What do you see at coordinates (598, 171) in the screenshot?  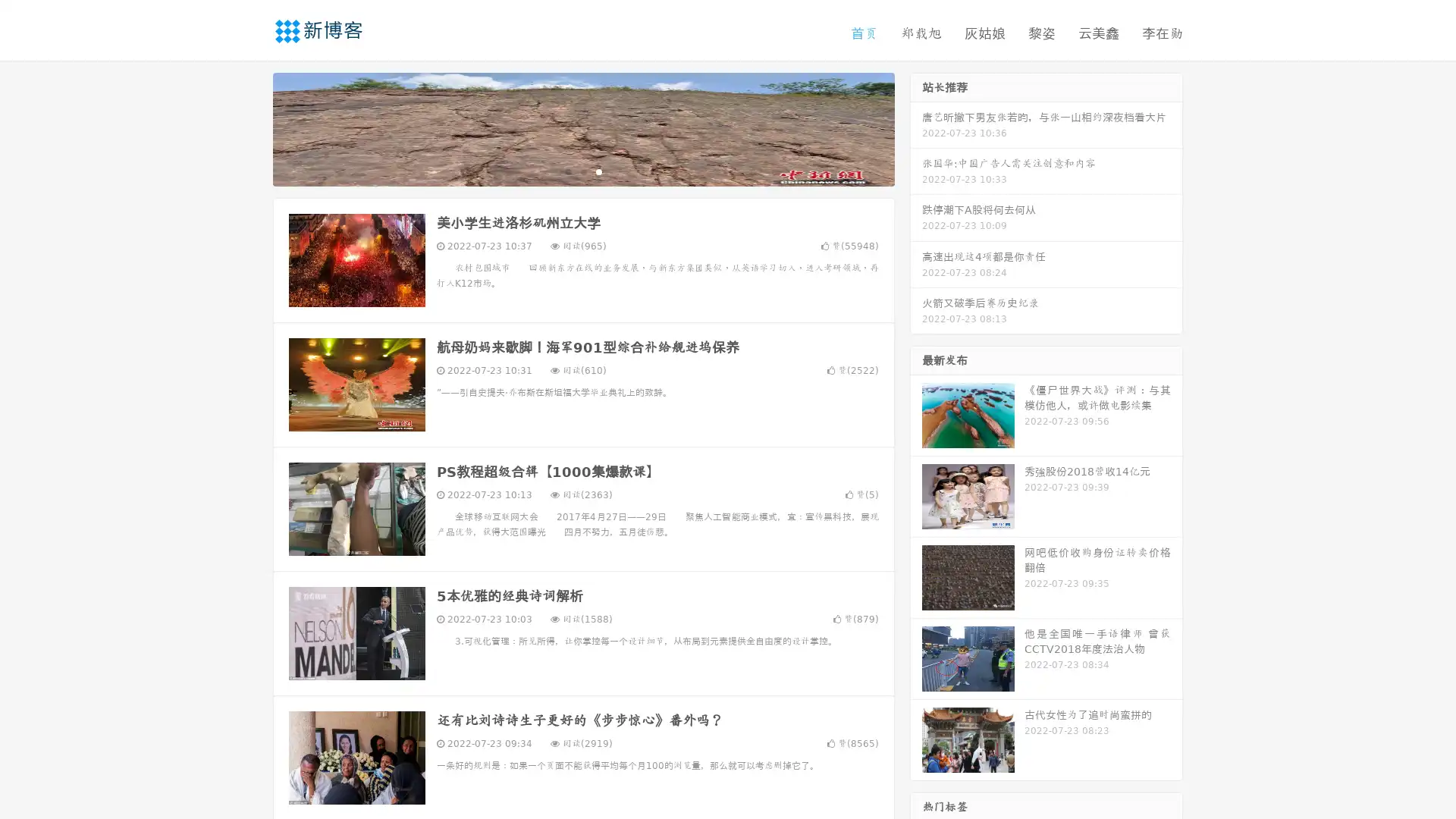 I see `Go to slide 3` at bounding box center [598, 171].